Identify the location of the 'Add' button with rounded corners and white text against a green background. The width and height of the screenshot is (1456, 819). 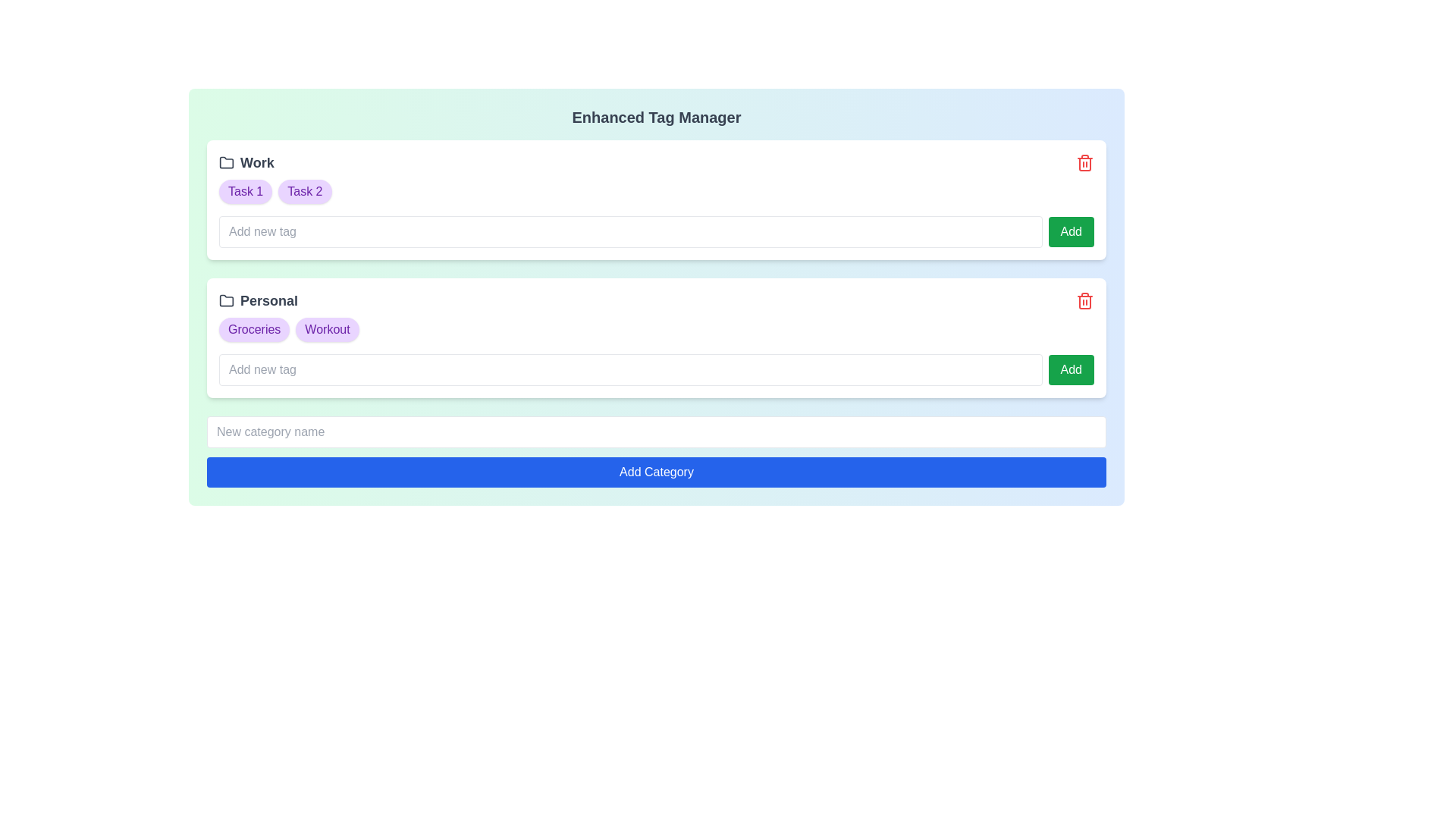
(1069, 370).